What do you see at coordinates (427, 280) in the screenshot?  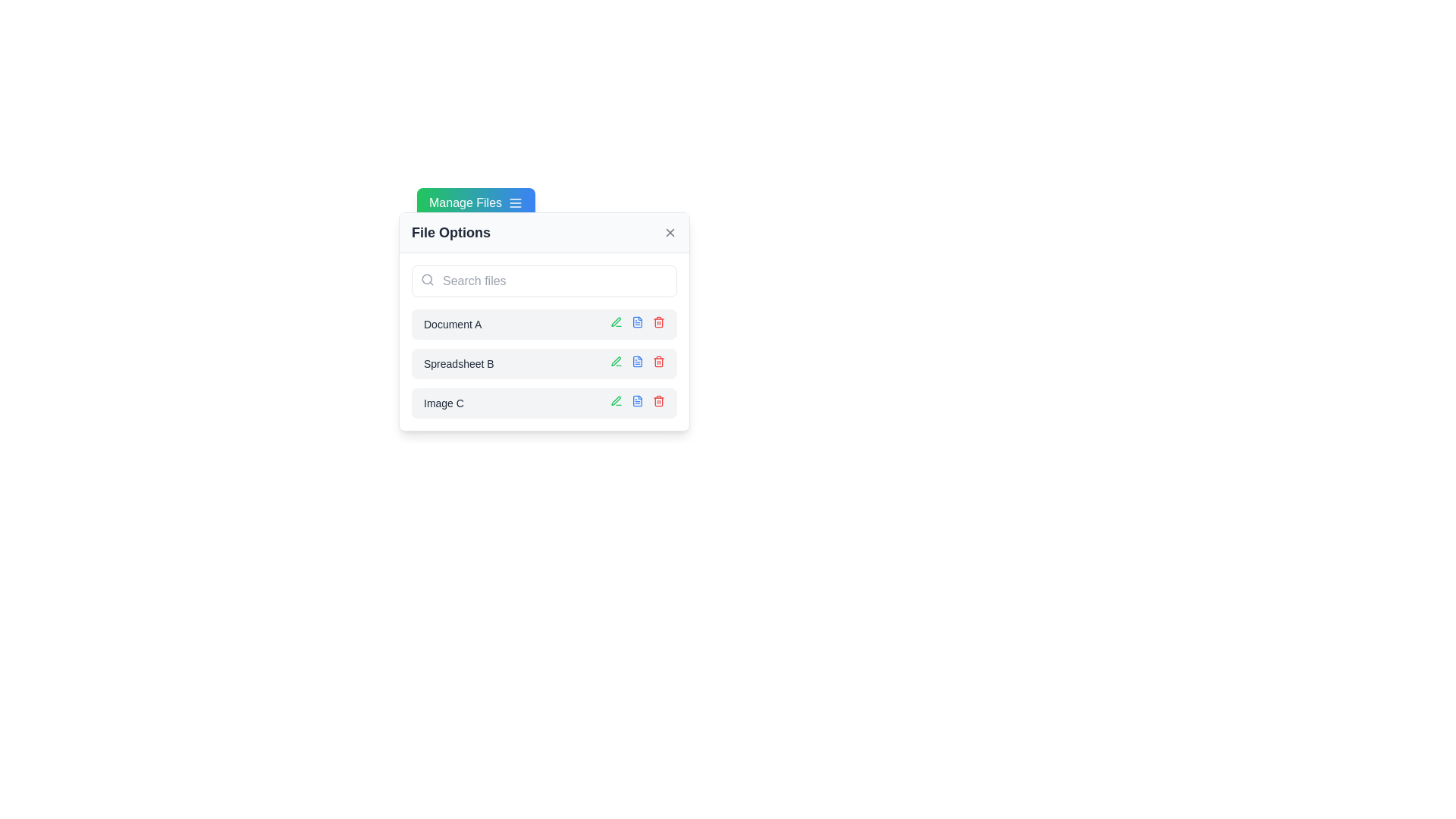 I see `the search icon located at the top left corner inside the search input field` at bounding box center [427, 280].